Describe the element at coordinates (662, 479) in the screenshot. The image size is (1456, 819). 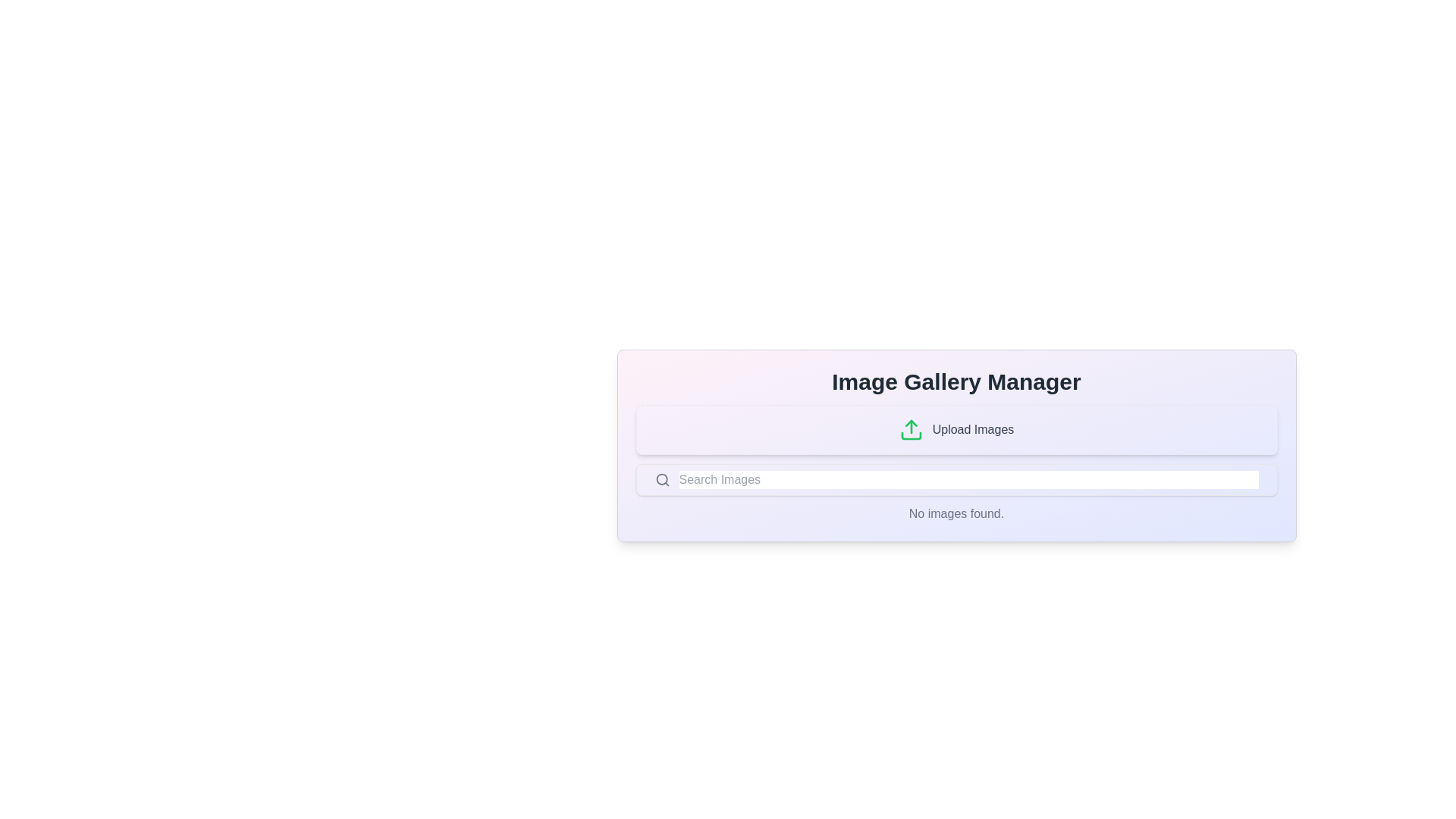
I see `the search icon located at the leftmost part of the horizontally arranged group, which represents the search feature of the application` at that location.